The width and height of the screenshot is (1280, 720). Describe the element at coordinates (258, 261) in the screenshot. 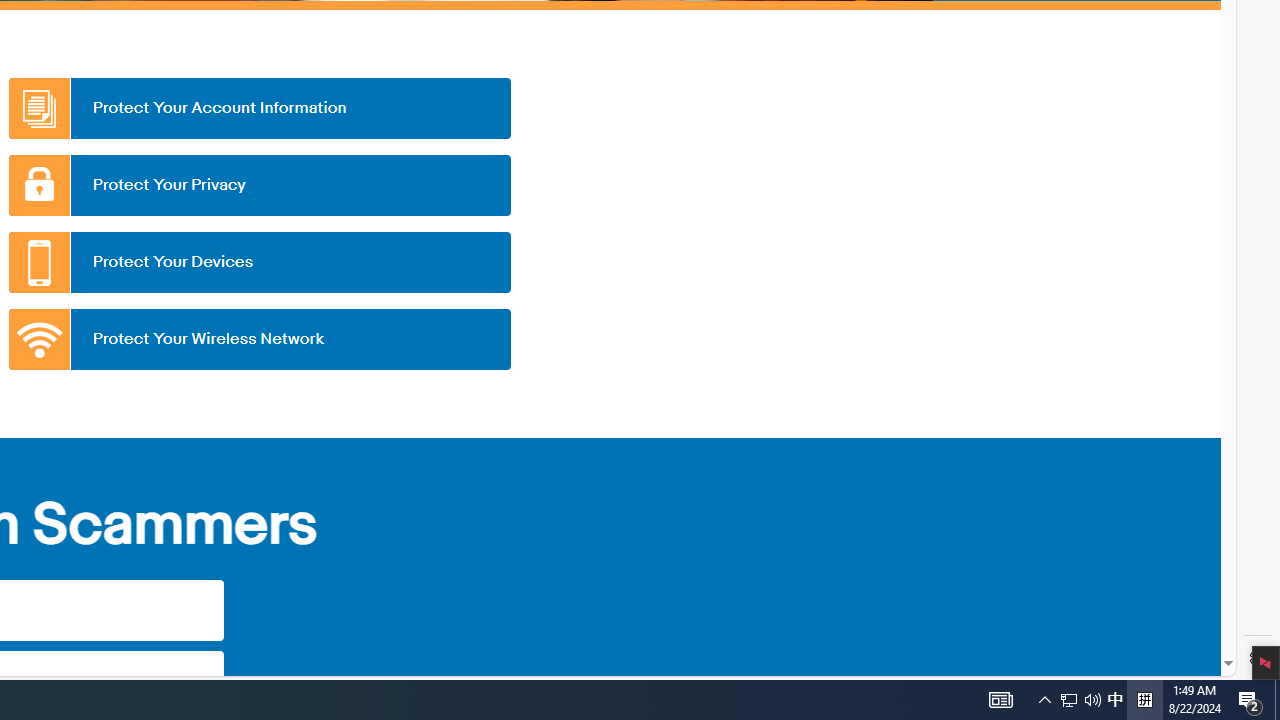

I see `'Protect Your Devices'` at that location.